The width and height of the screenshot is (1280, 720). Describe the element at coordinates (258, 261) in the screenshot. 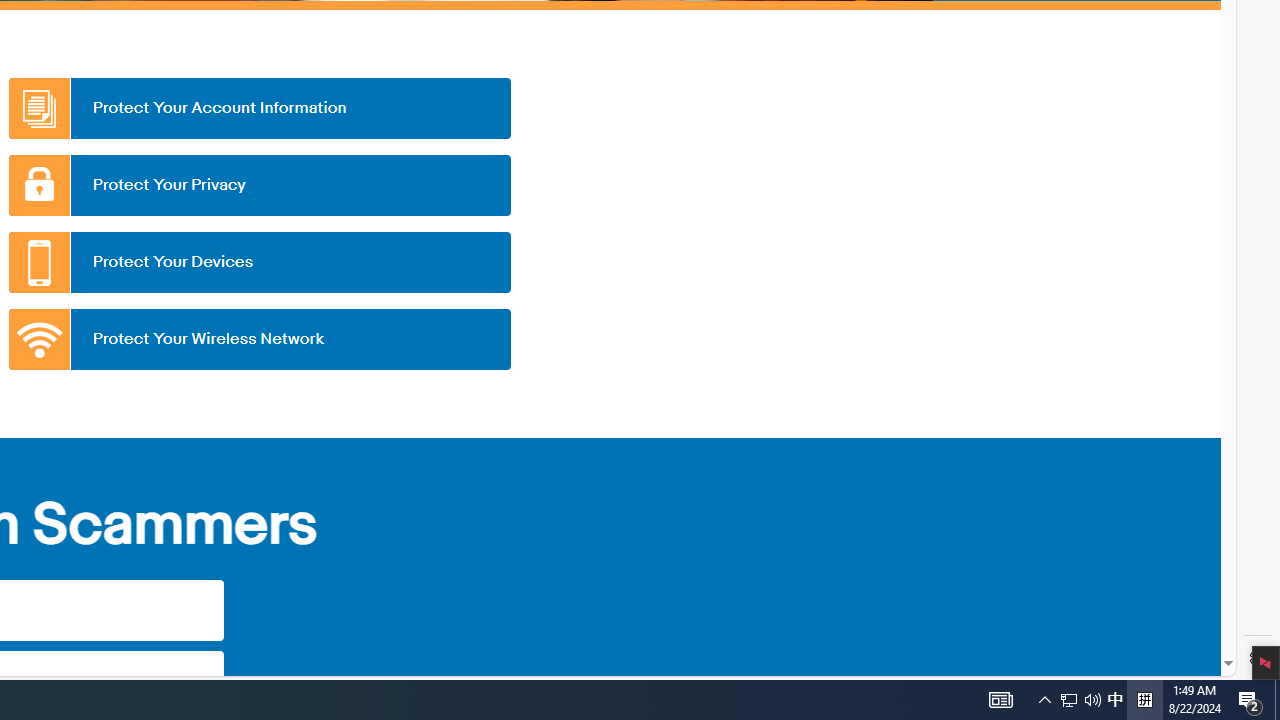

I see `'Protect Your Devices'` at that location.